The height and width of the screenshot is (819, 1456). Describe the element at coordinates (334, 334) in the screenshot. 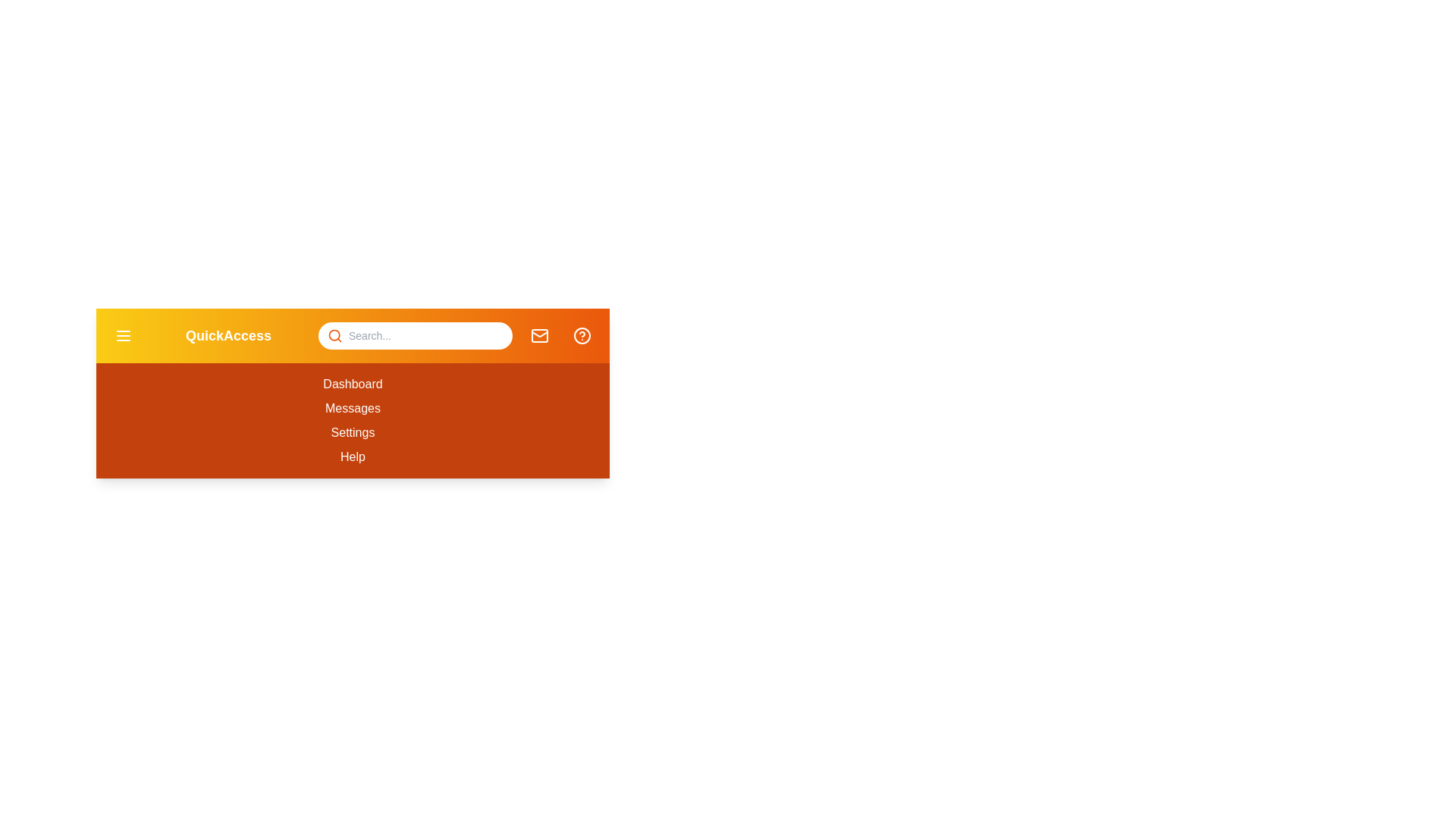

I see `the Decoration element of the search icon in the top navigation bar, which indicates the search functionality` at that location.